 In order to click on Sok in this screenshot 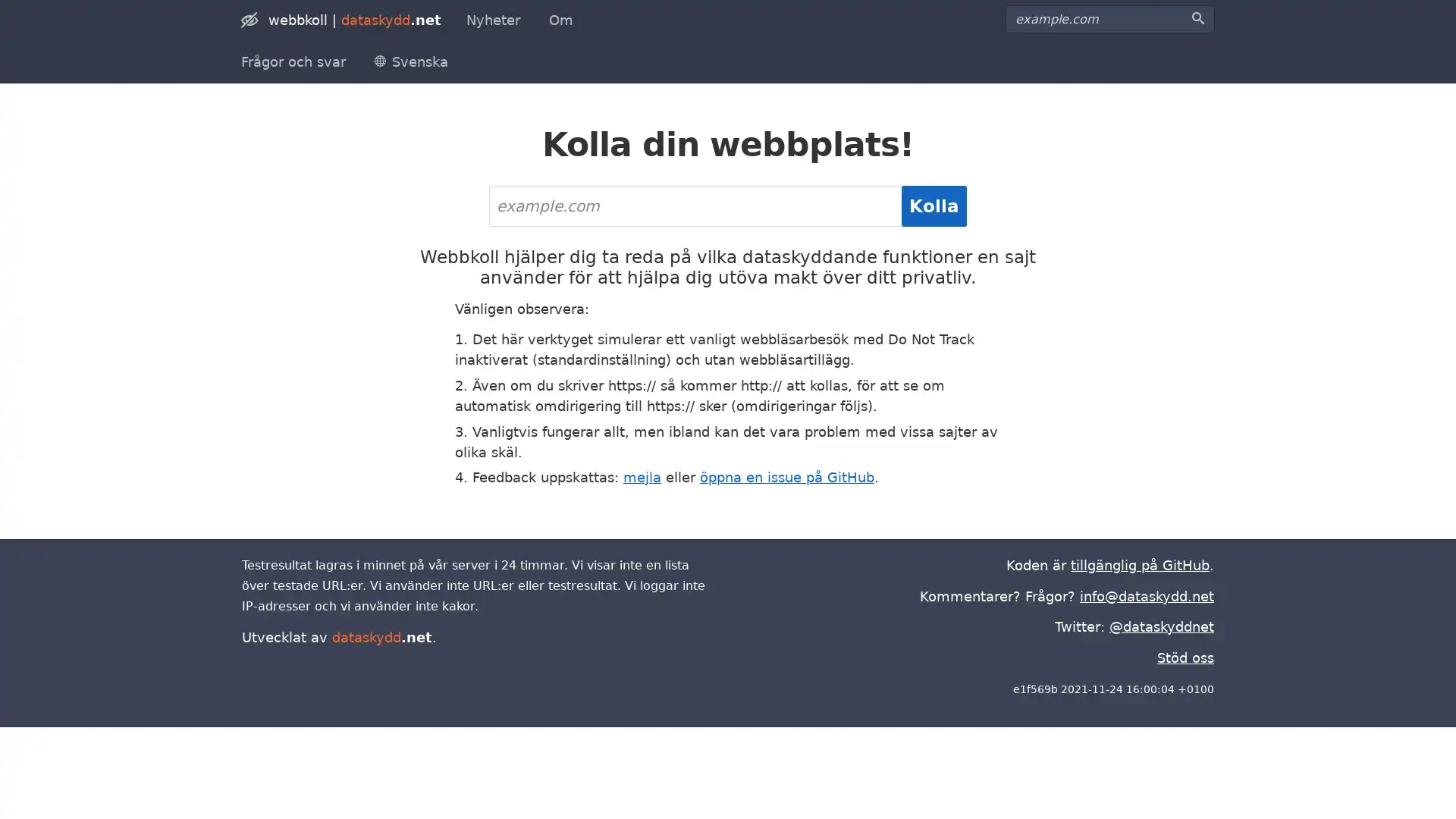, I will do `click(1197, 18)`.